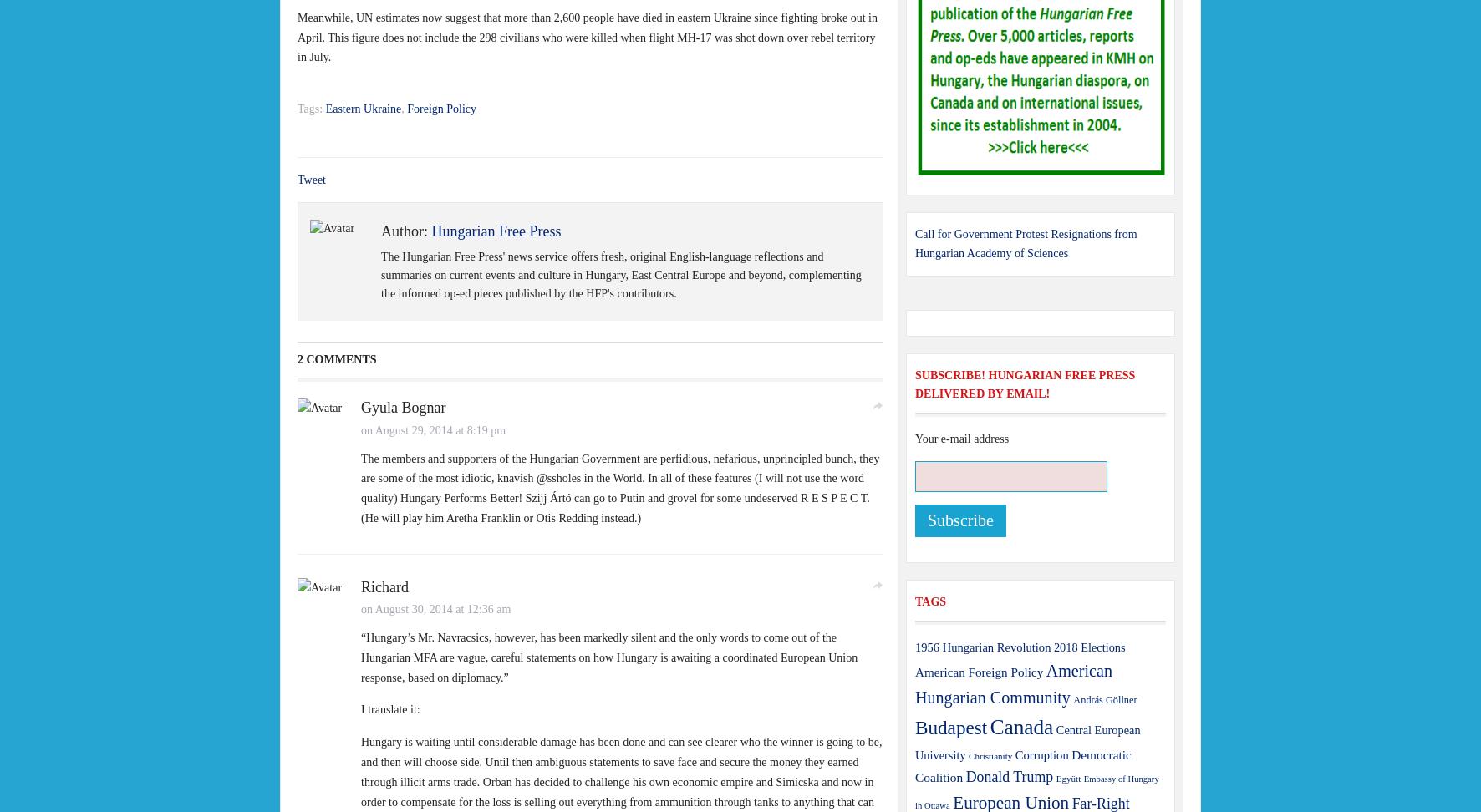  I want to click on '“Hungary’s Mr. Navracsics, however, has been markedly silent and the only words to come out of the Hungarian MFA are vague, careful statements on how Hungary is awaiting a coordinated European Union response, based on diplomacy.”', so click(608, 657).